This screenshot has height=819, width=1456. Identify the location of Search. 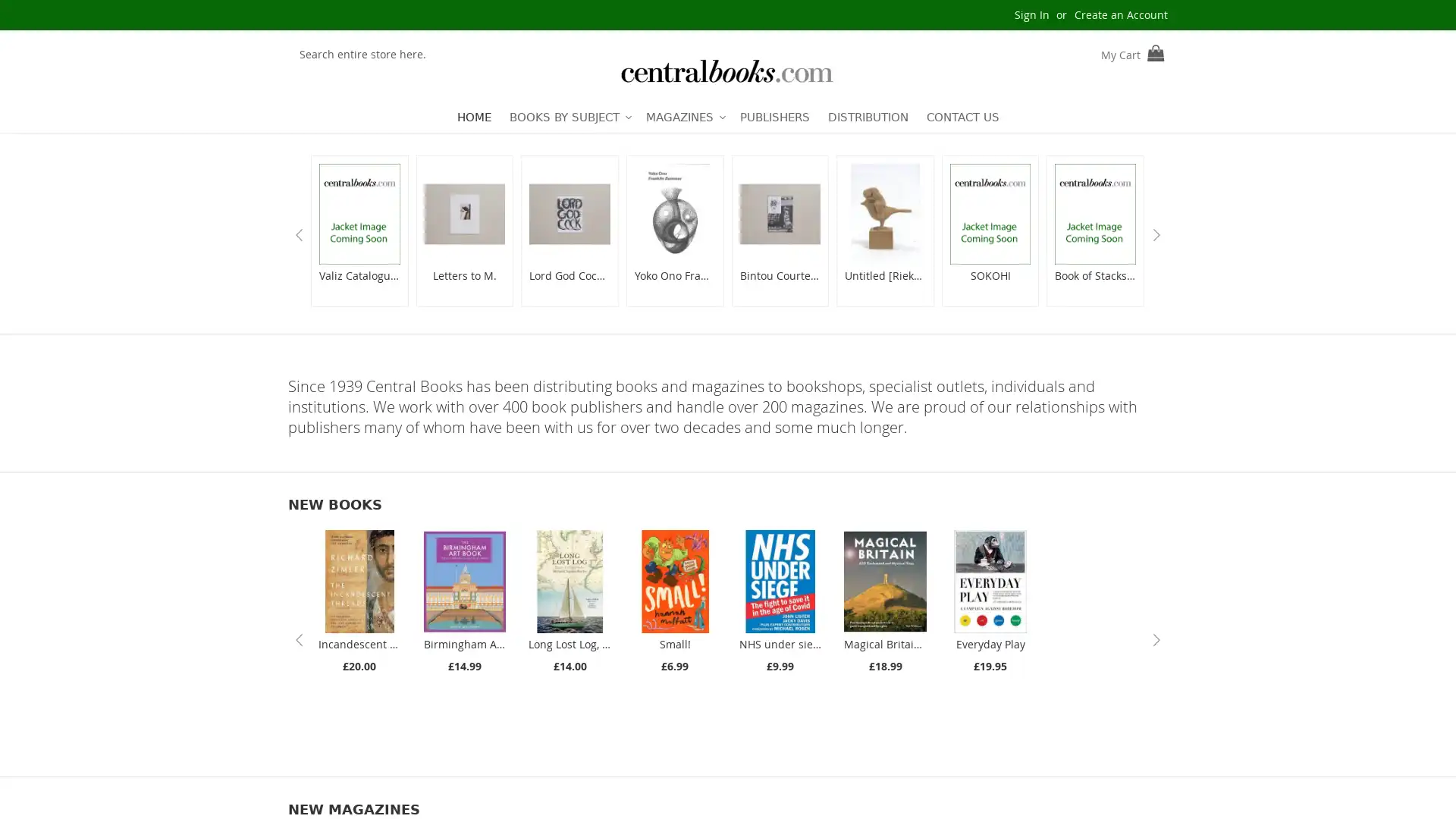
(467, 52).